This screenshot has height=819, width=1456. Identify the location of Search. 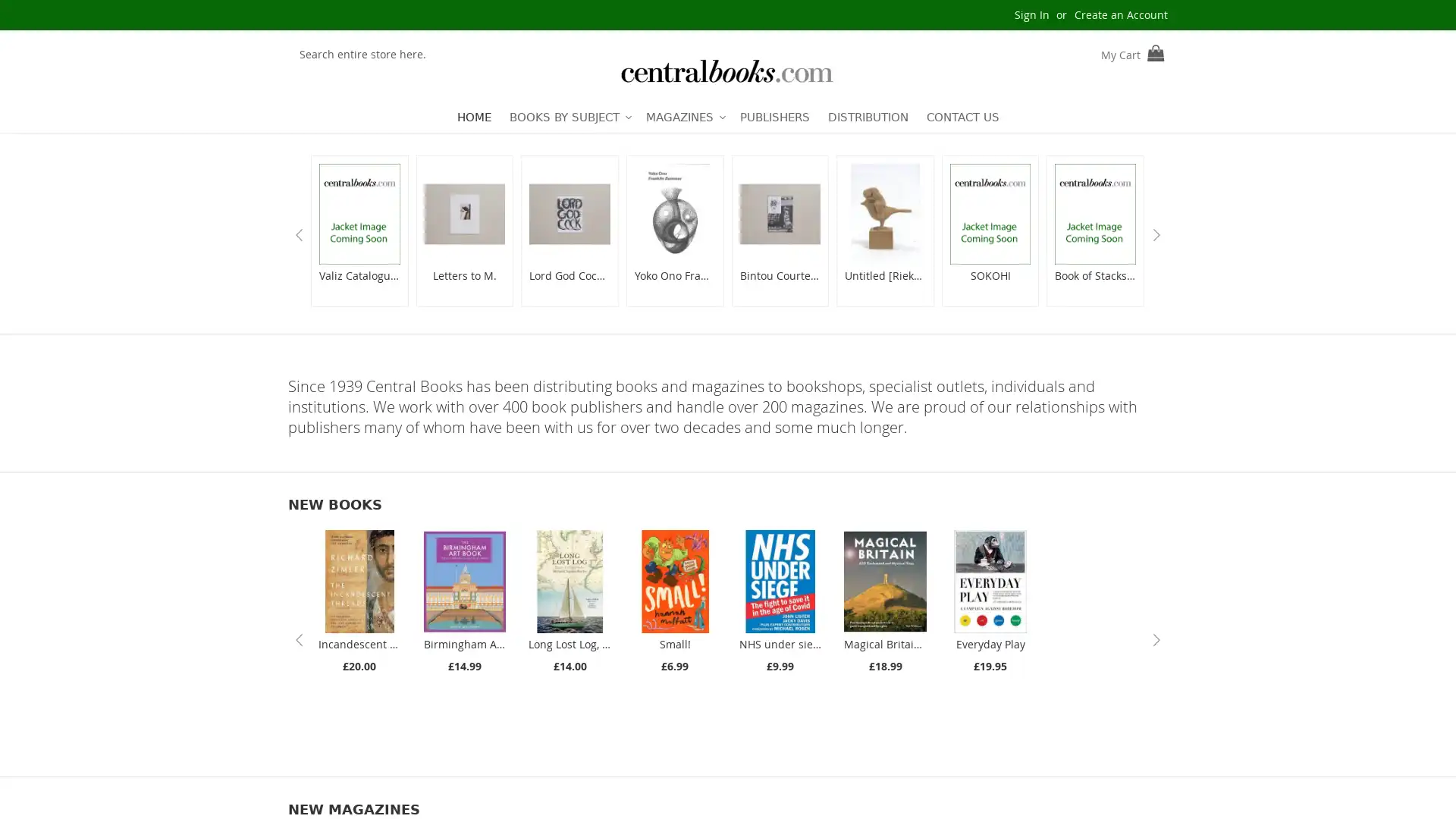
(467, 52).